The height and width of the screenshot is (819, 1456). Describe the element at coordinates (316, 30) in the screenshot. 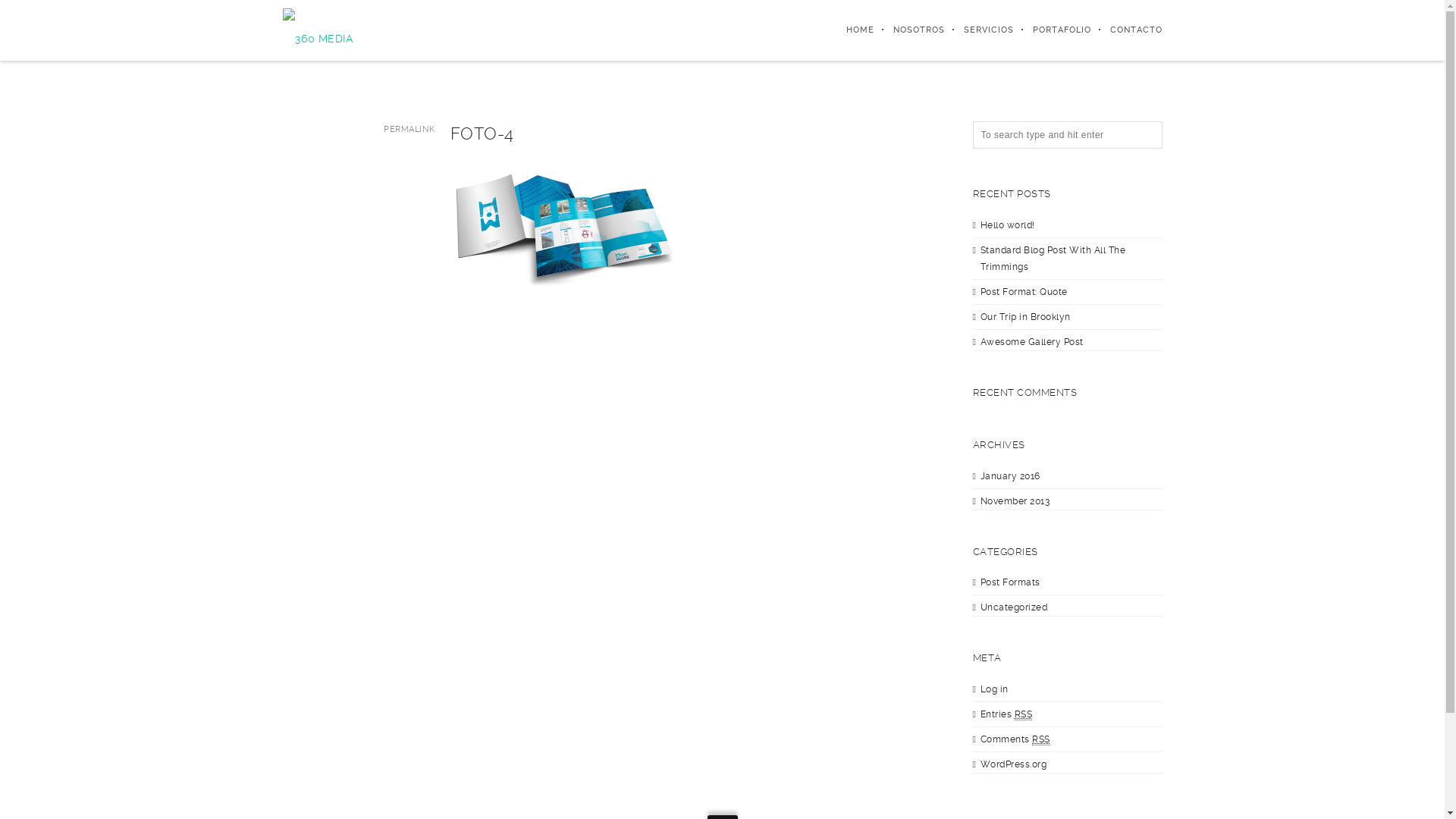

I see `'360 Media'` at that location.